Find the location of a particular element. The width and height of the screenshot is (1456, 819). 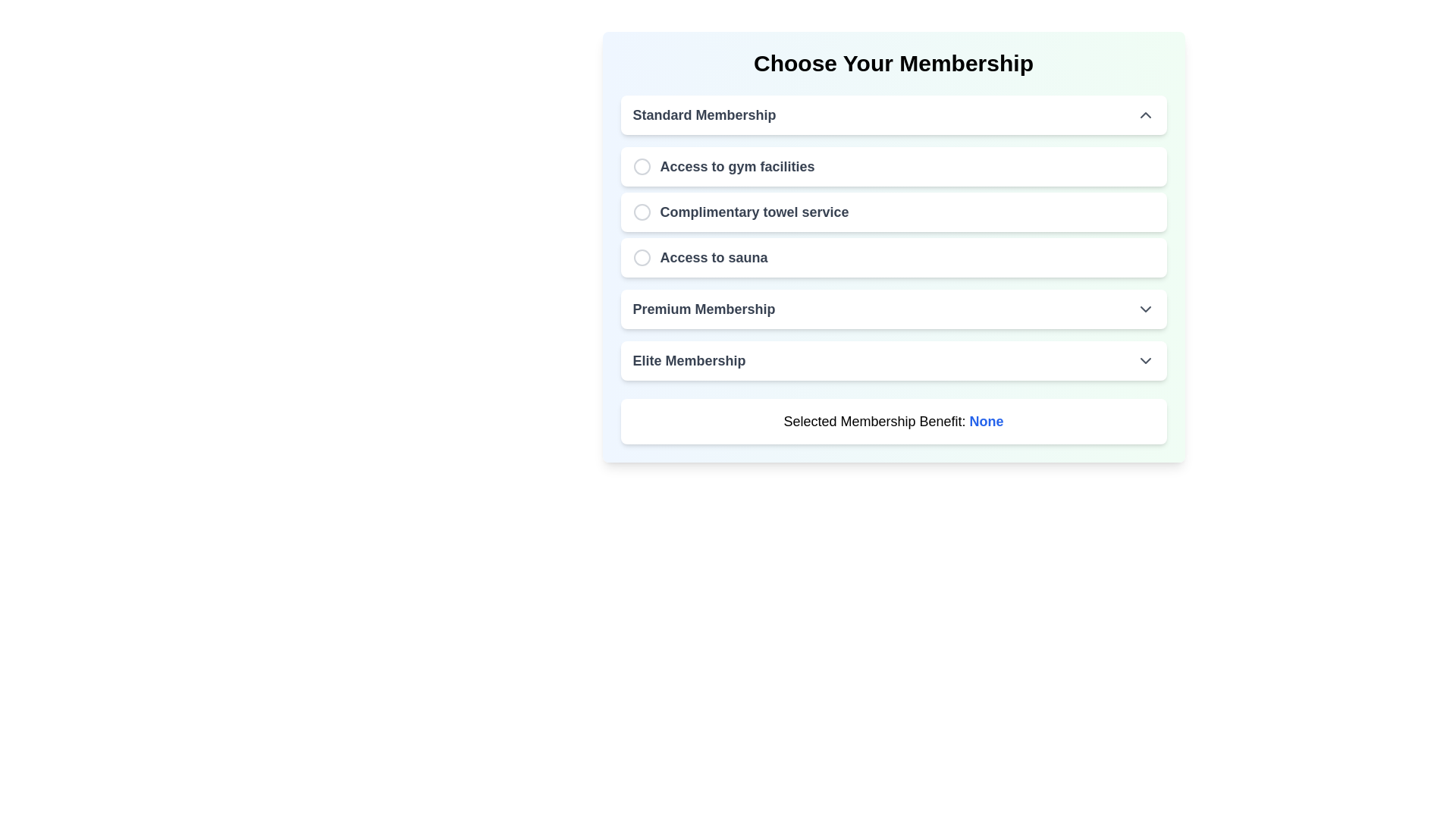

the chevron icon indicating expandable functionality located to the right of the 'Elite Membership' text is located at coordinates (1145, 360).